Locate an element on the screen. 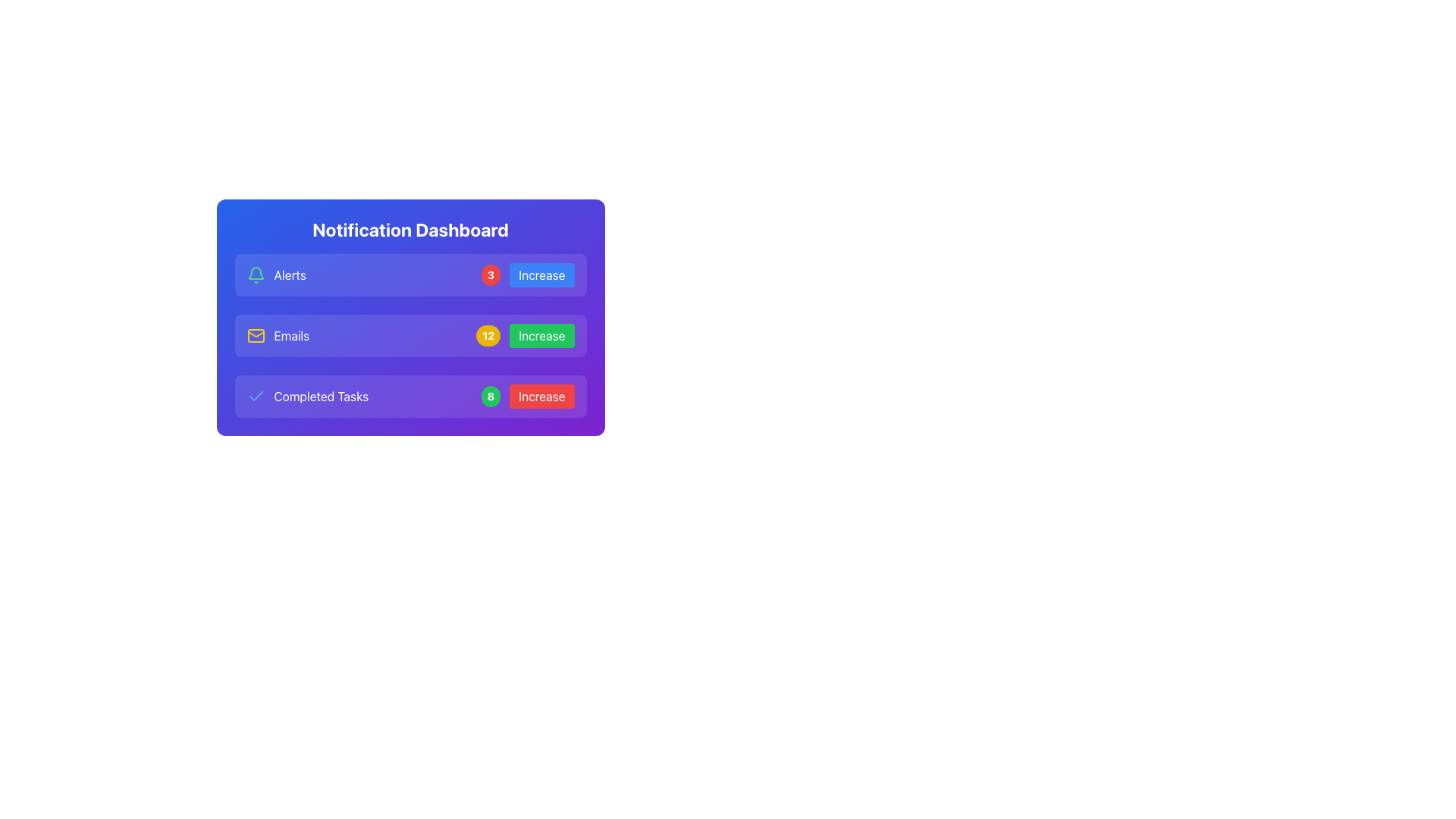 The width and height of the screenshot is (1456, 819). the 'Alerts' text label, which is displayed in white font inside a blue box, located adjacent to a green bell icon in the Notification Dashboard interface is located at coordinates (290, 275).